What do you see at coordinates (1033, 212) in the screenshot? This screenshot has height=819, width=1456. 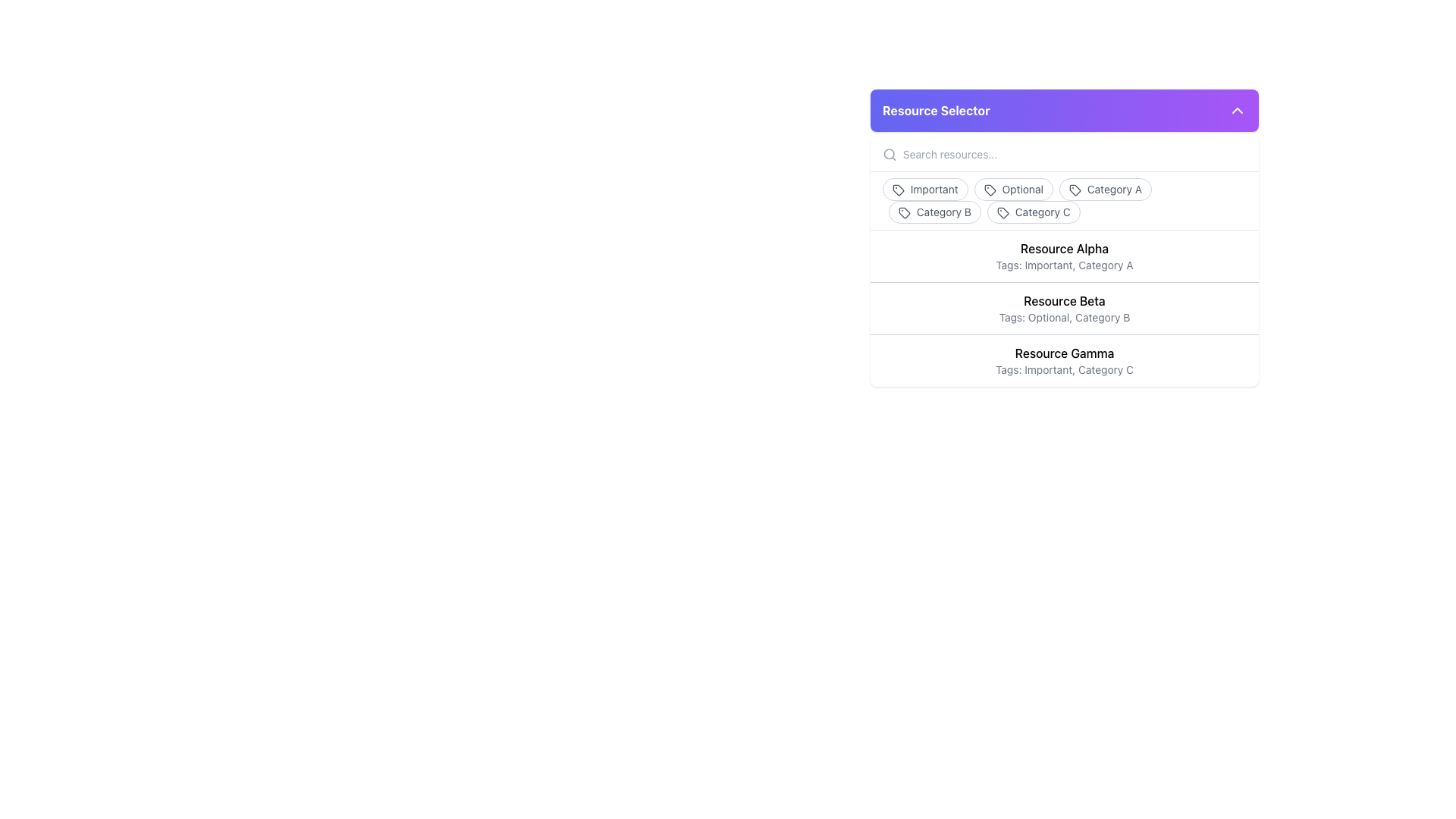 I see `the 'Category C' button, which is a rounded button with a white background and gray border, located below the main selector panel header and to the right of 'Category B'` at bounding box center [1033, 212].